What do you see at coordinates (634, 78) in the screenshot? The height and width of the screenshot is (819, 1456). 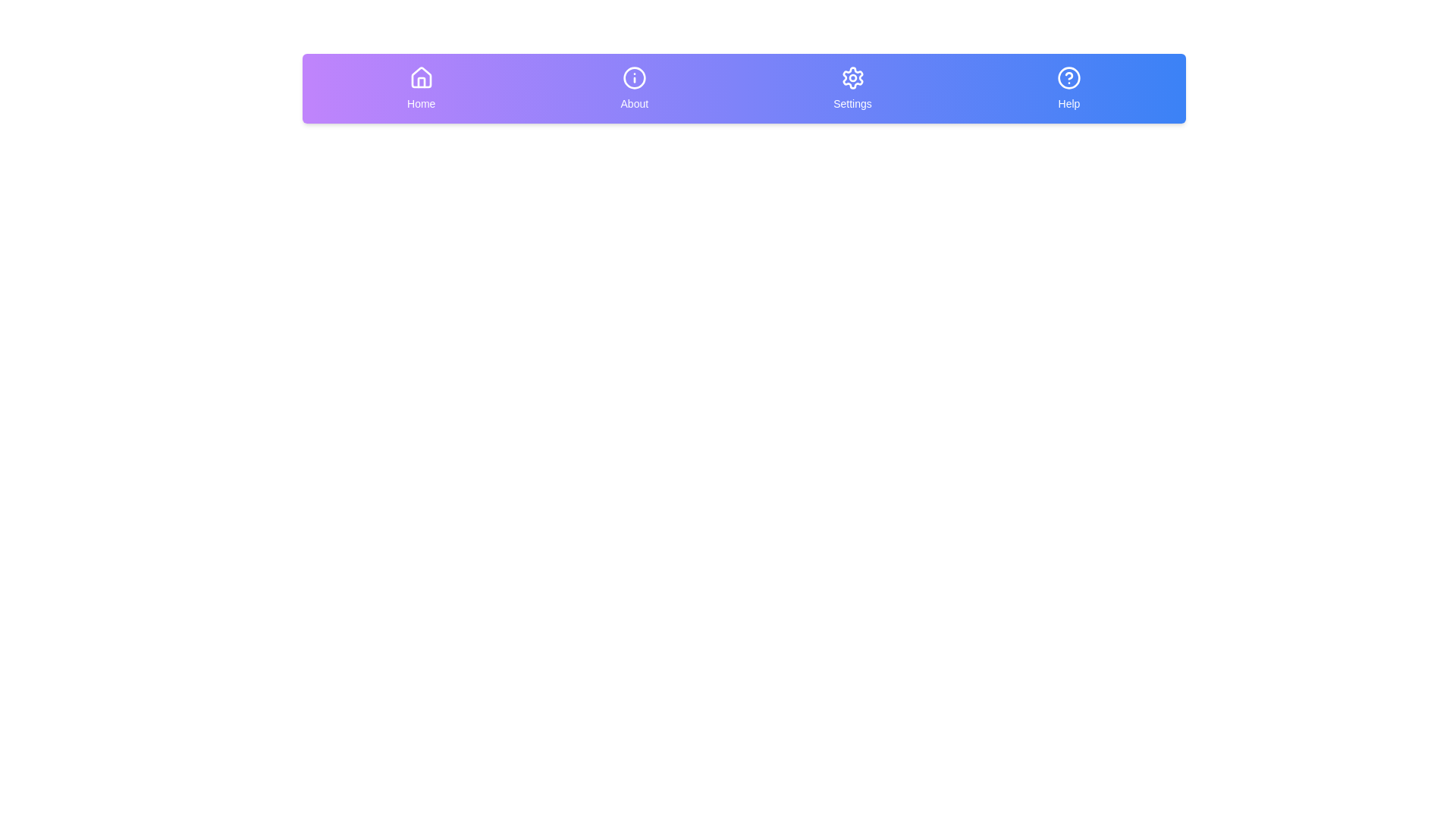 I see `the circular shape that is part of the information icon in the navigation bar above the 'About' label` at bounding box center [634, 78].